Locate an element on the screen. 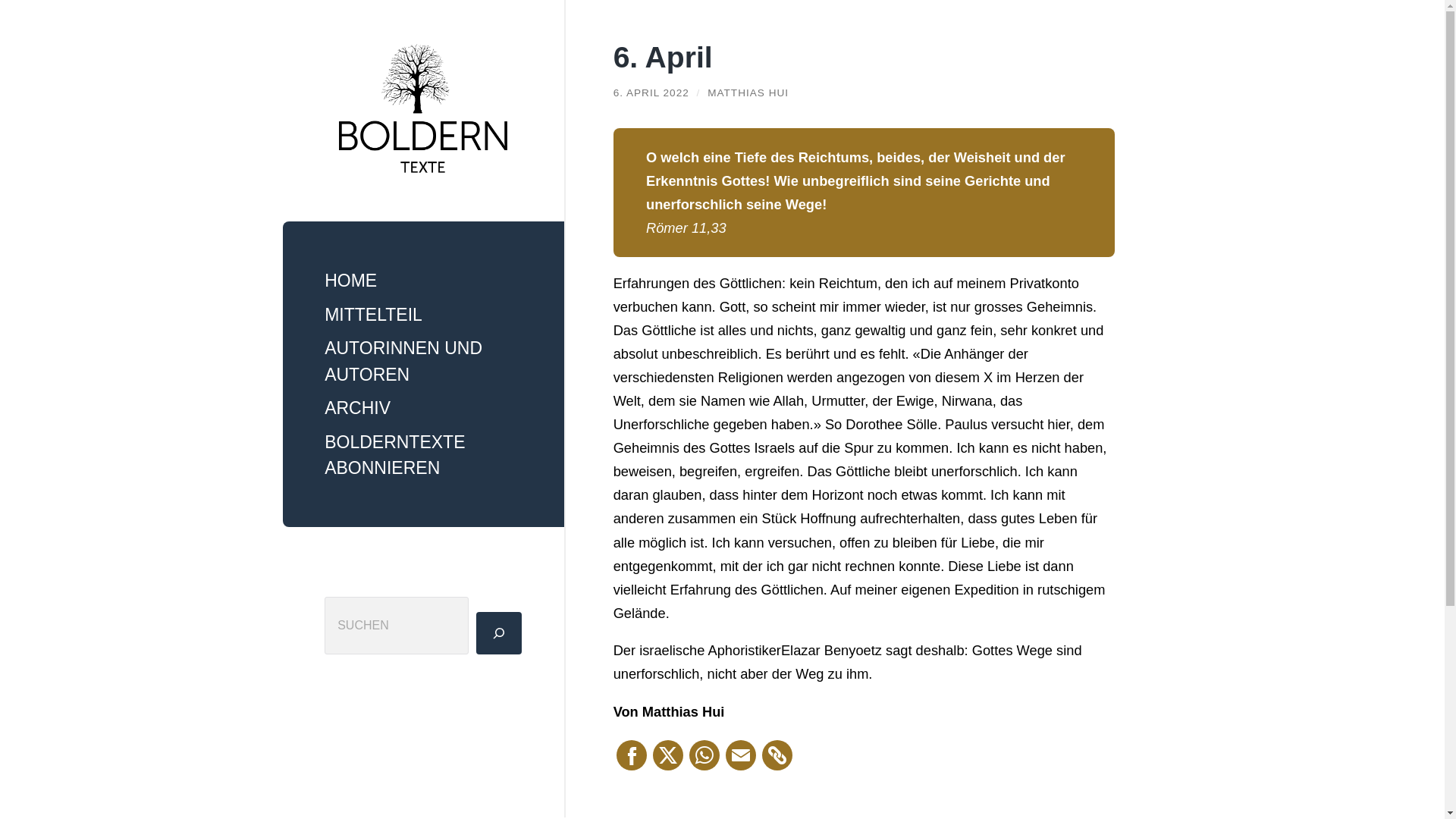 The image size is (1456, 819). 'BOLDERNTEXTE ABONNIEREN' is located at coordinates (422, 454).